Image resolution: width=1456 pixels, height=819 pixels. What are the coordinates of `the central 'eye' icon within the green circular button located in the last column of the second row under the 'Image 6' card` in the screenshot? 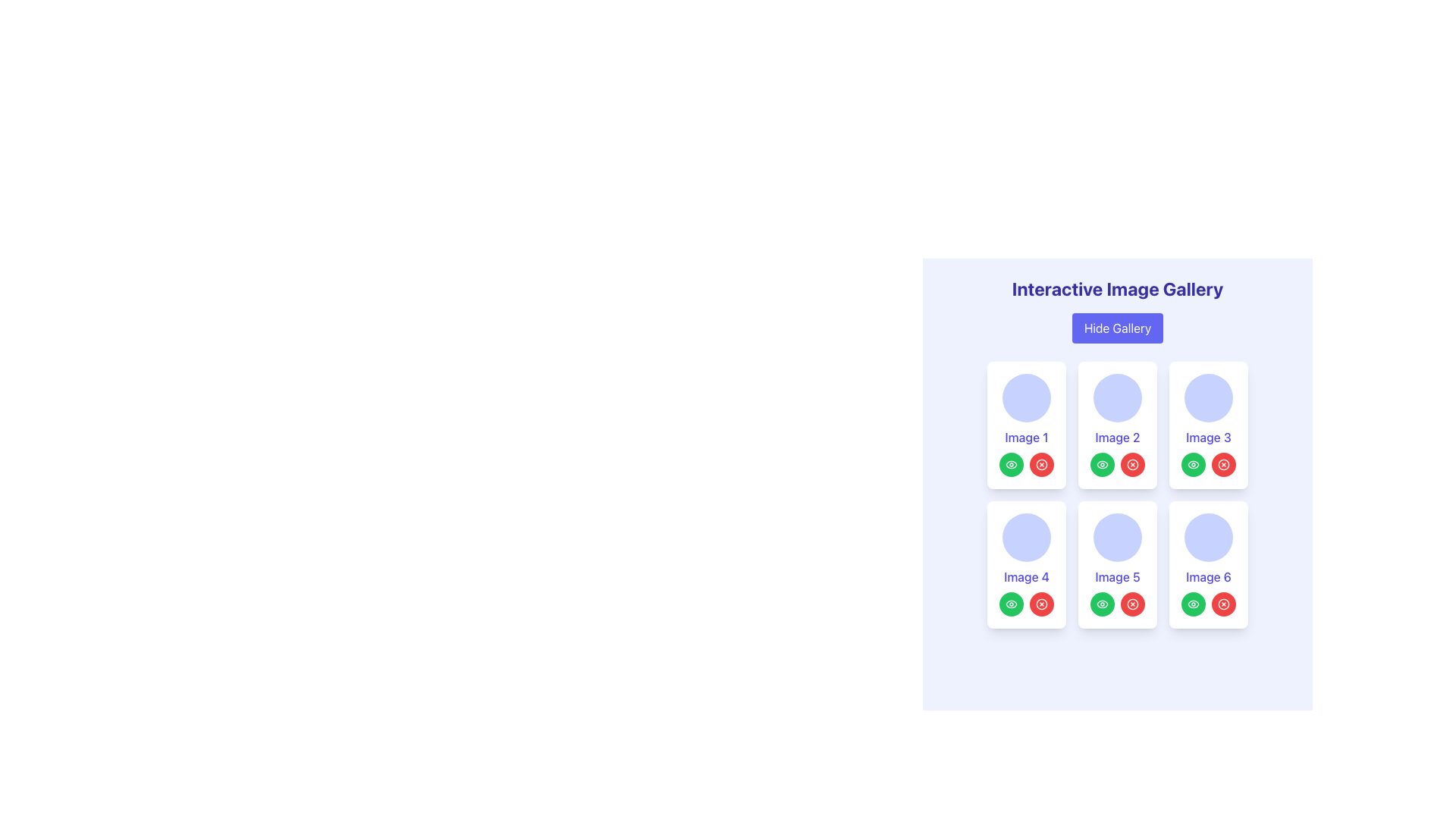 It's located at (1193, 604).